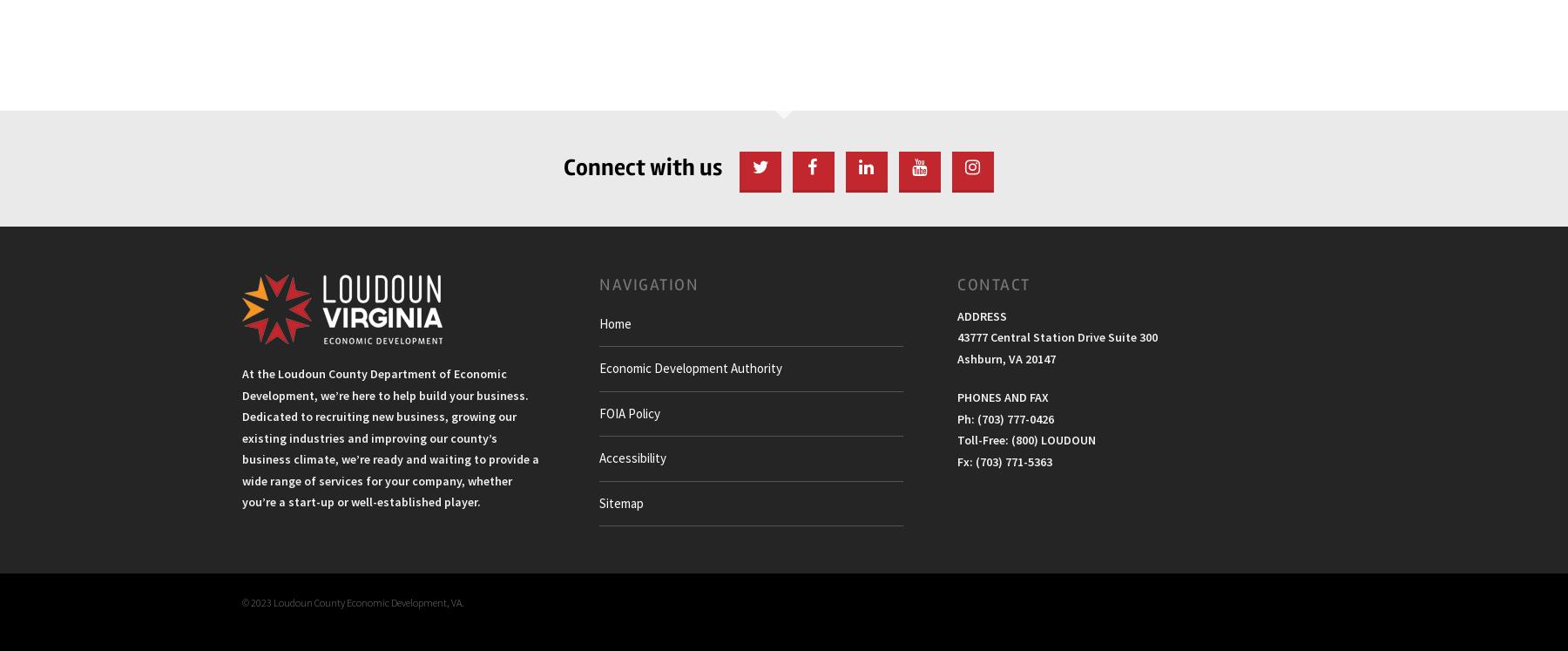  Describe the element at coordinates (389, 436) in the screenshot. I see `'At the Loudoun County Department of Economic Development, we’re here to help build your business. Dedicated to recruiting new business, growing our existing industries and improving our county’s business climate, we’re ready and waiting to provide a wide range of services for your company, whether you’re a start-up or well-established player.'` at that location.